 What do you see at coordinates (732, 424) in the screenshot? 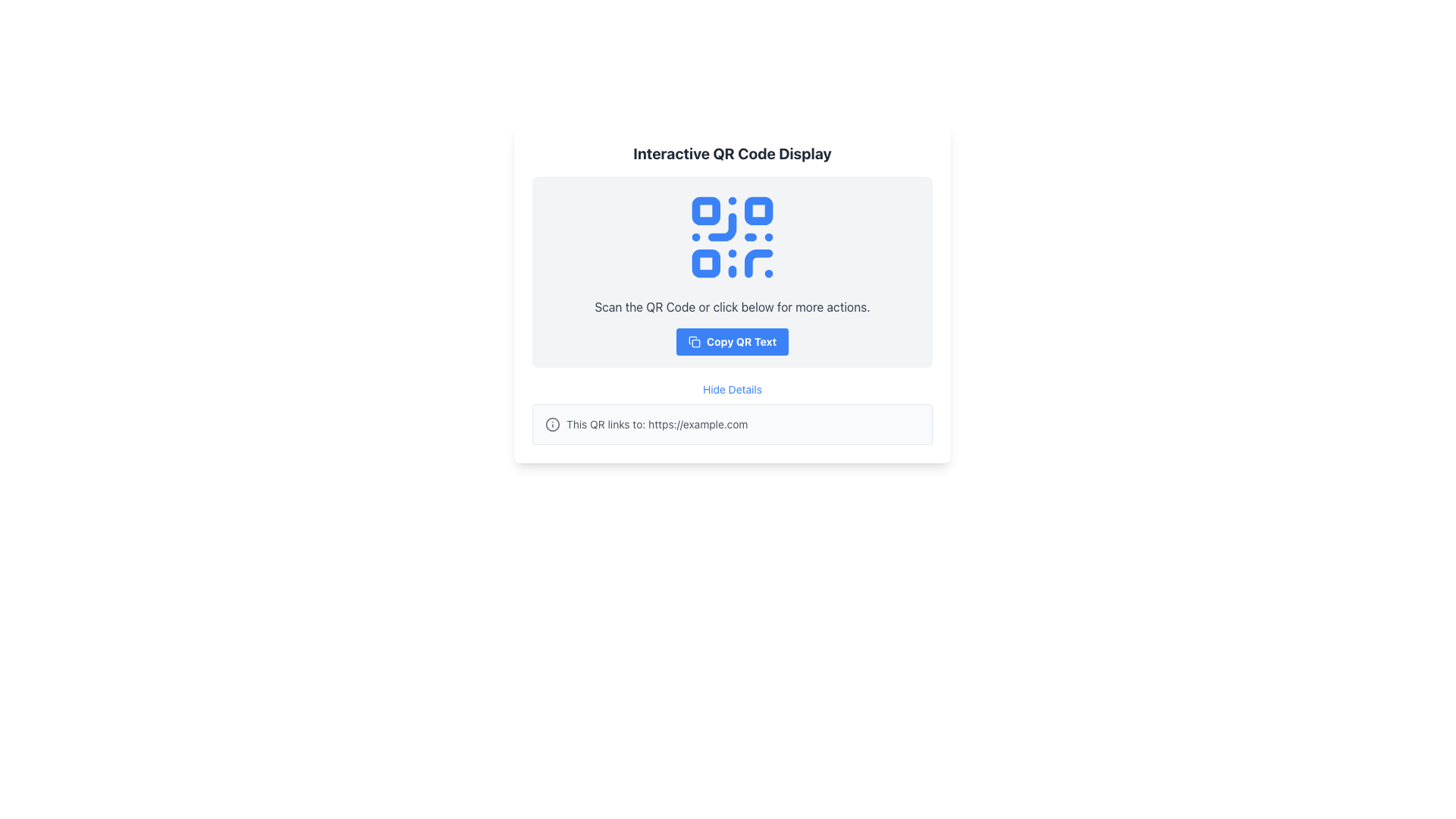
I see `the informational text element that reads 'This QR links to: https://example.com', which is accompanied by an informational icon and is centrally positioned within a bordered box with a light gray background` at bounding box center [732, 424].